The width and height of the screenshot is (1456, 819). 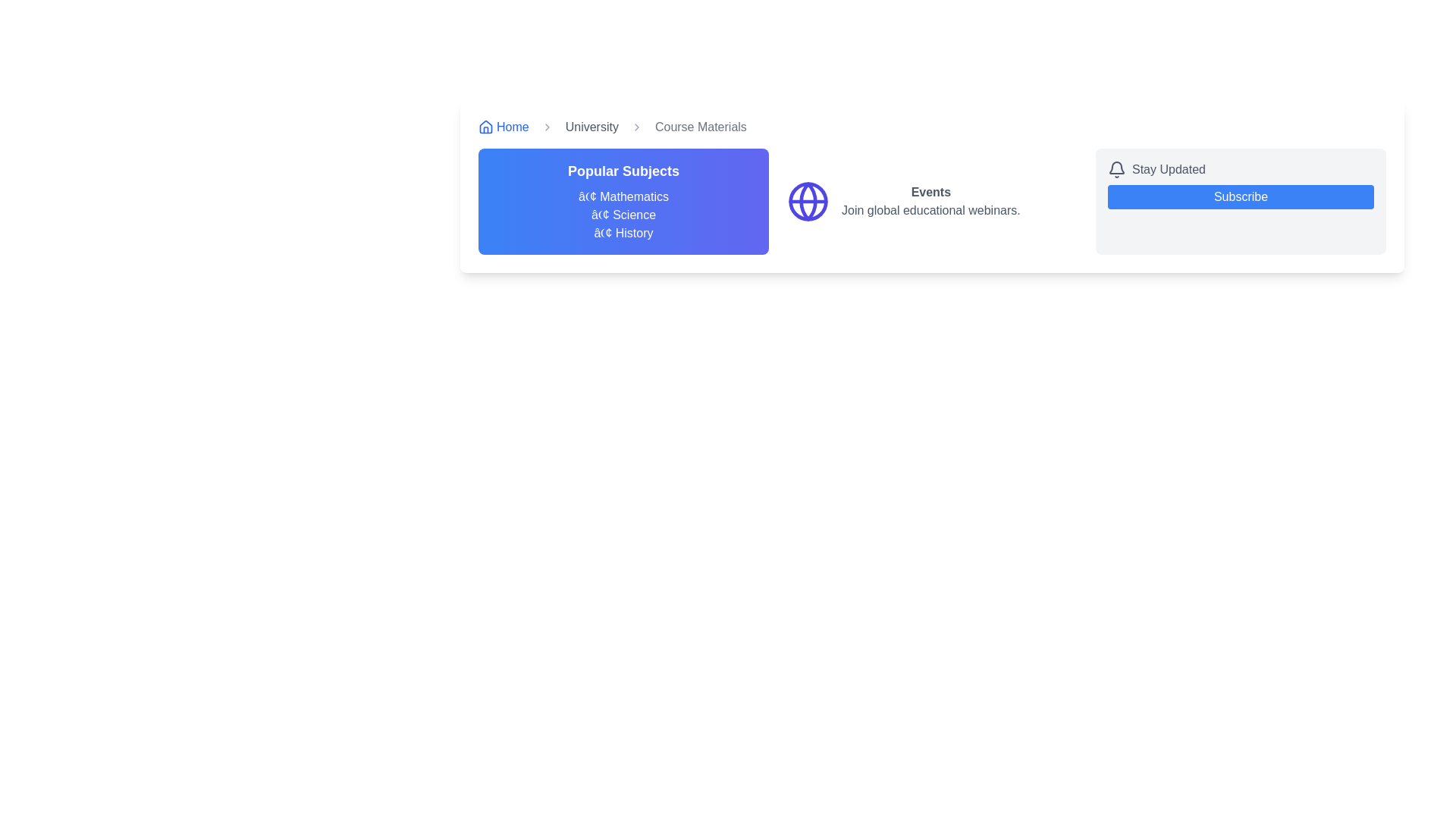 I want to click on the first text label under the 'Popular Subjects' section, which represents a subject like '• Science' or '• History', so click(x=623, y=196).